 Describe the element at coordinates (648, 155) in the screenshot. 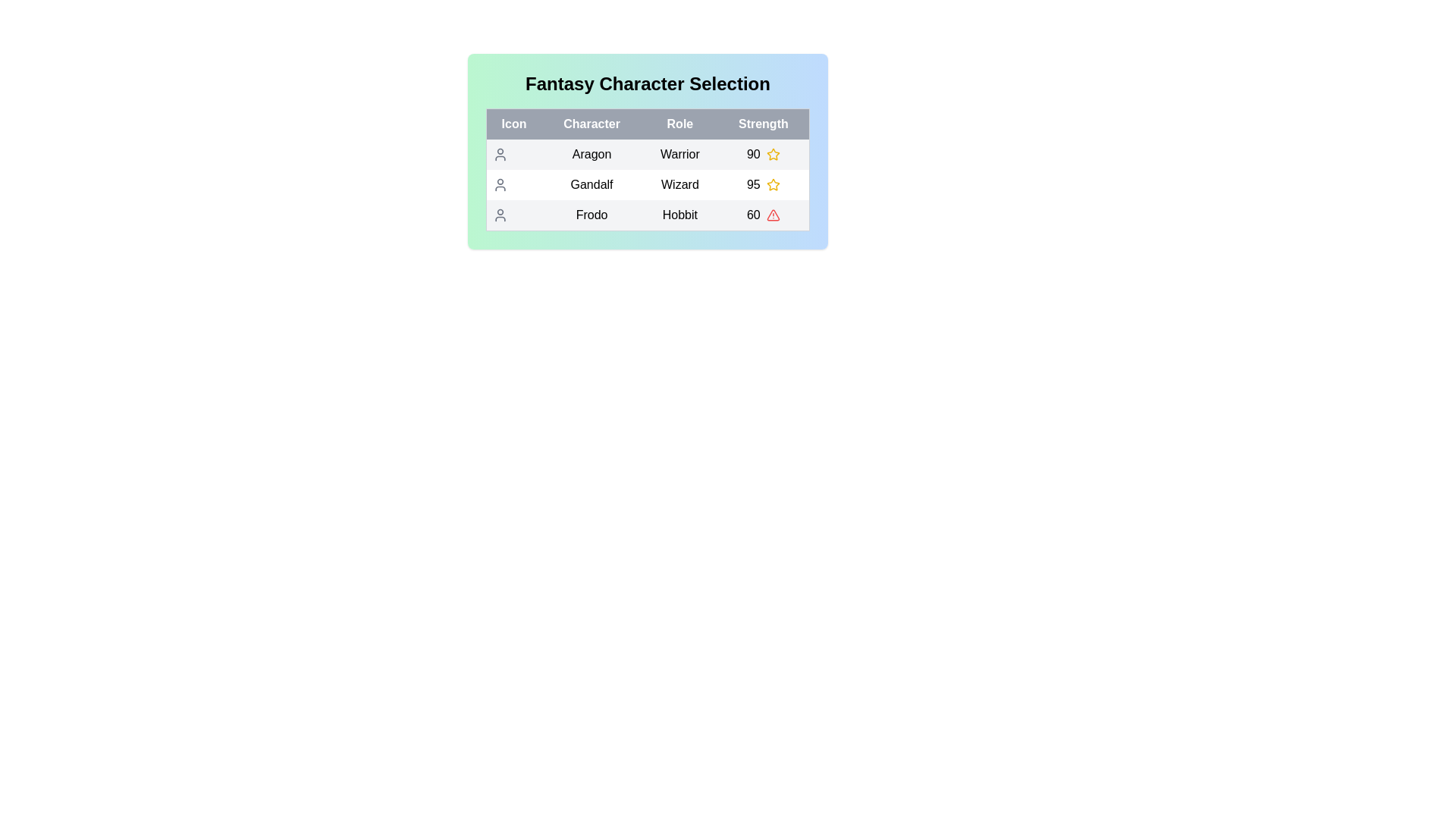

I see `the row corresponding to Aragon to select the character` at that location.